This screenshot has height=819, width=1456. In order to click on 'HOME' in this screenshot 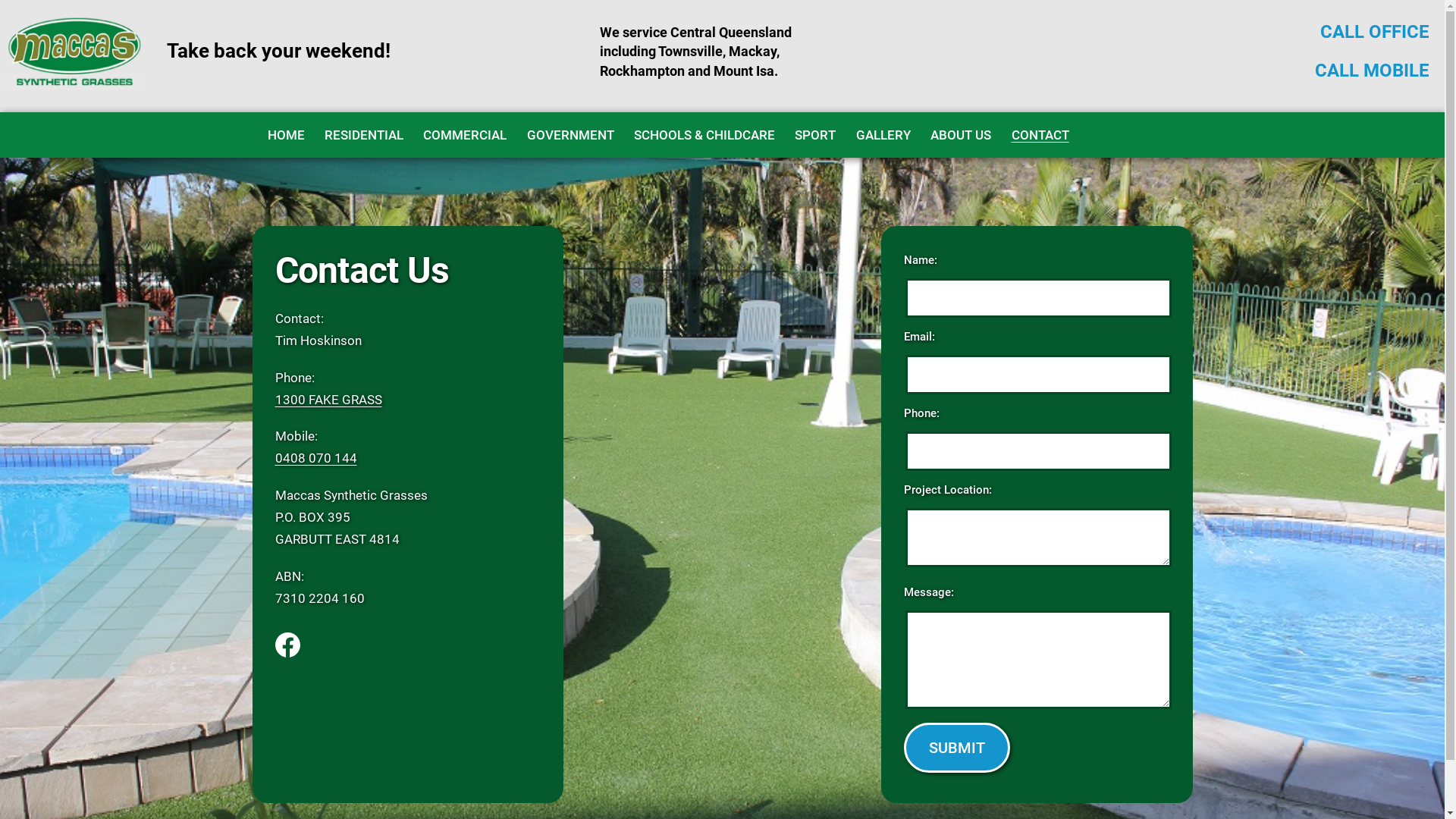, I will do `click(285, 133)`.